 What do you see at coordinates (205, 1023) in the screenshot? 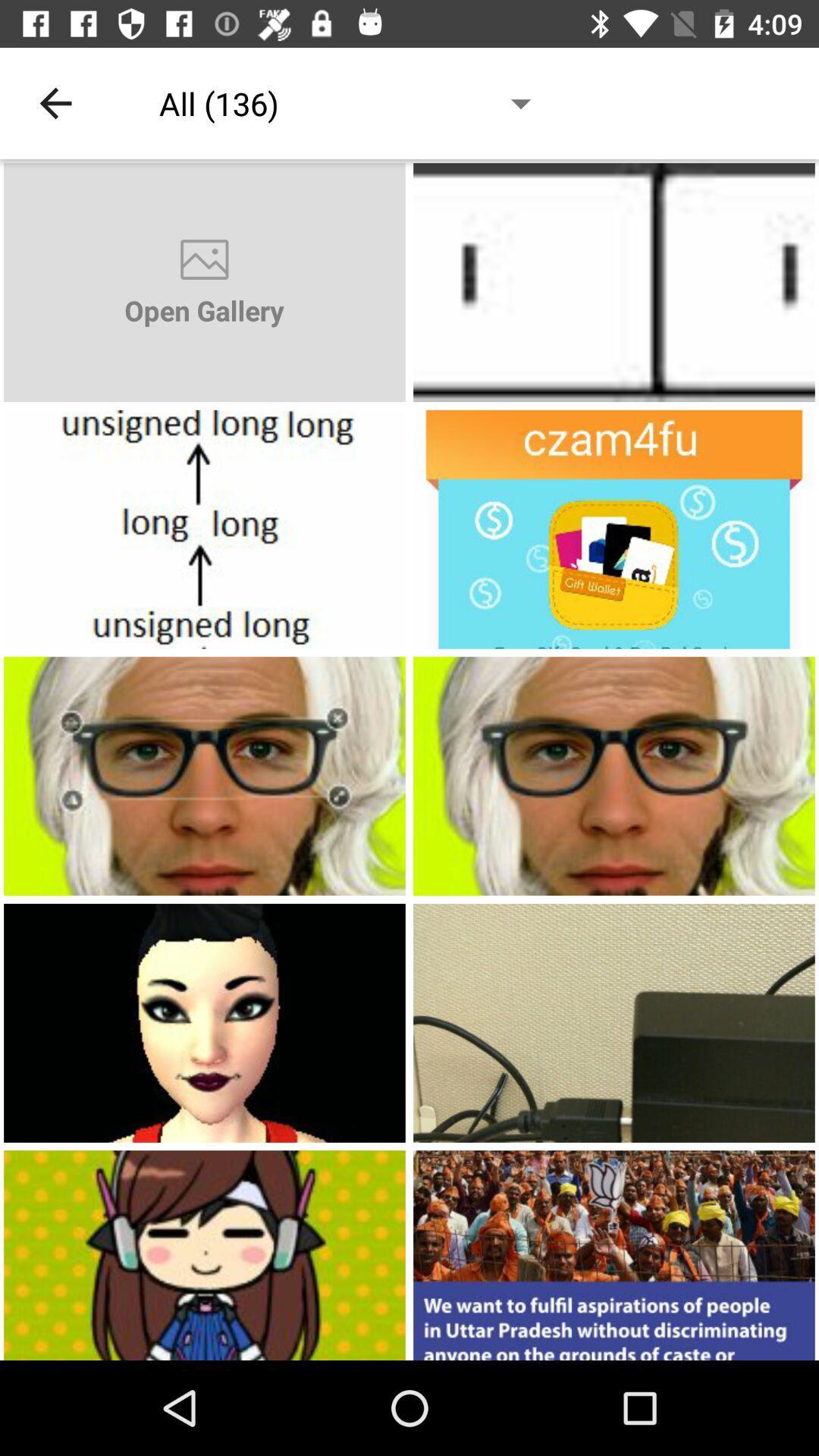
I see `open the image` at bounding box center [205, 1023].